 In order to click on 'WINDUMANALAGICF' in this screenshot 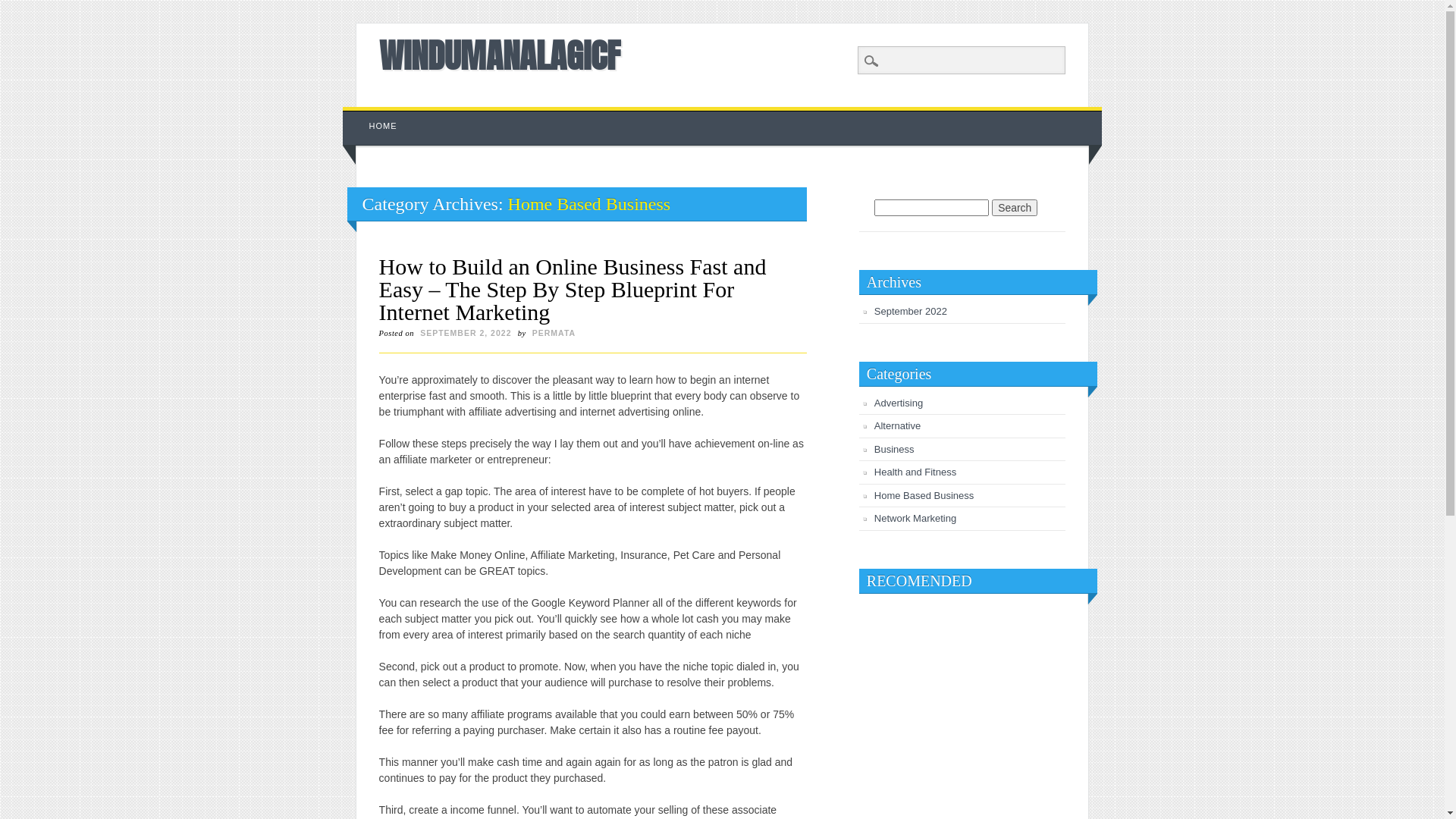, I will do `click(499, 55)`.